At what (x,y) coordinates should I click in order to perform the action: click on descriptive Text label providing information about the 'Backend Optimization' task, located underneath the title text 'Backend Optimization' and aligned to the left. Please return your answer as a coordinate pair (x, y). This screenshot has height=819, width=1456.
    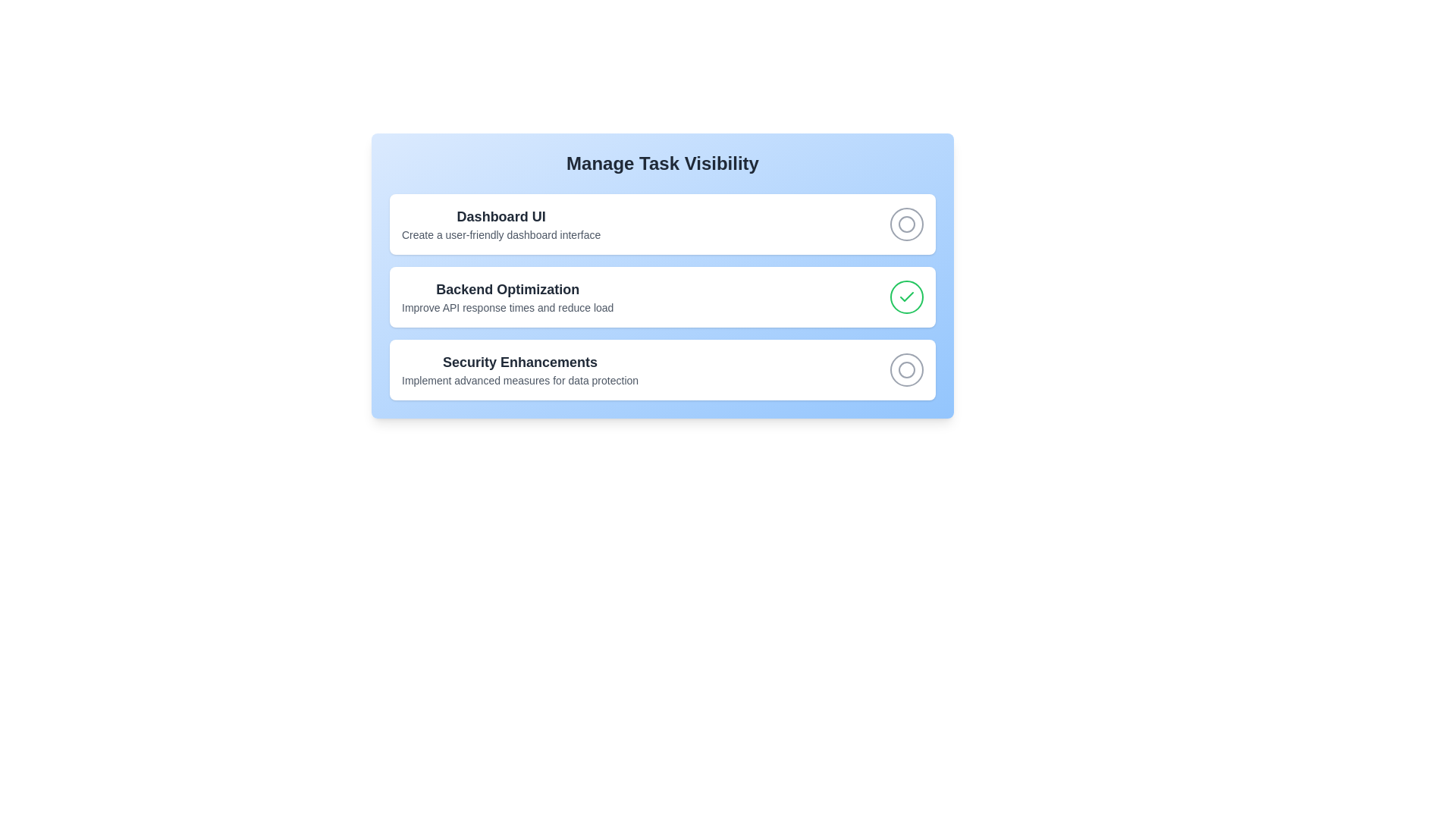
    Looking at the image, I should click on (507, 307).